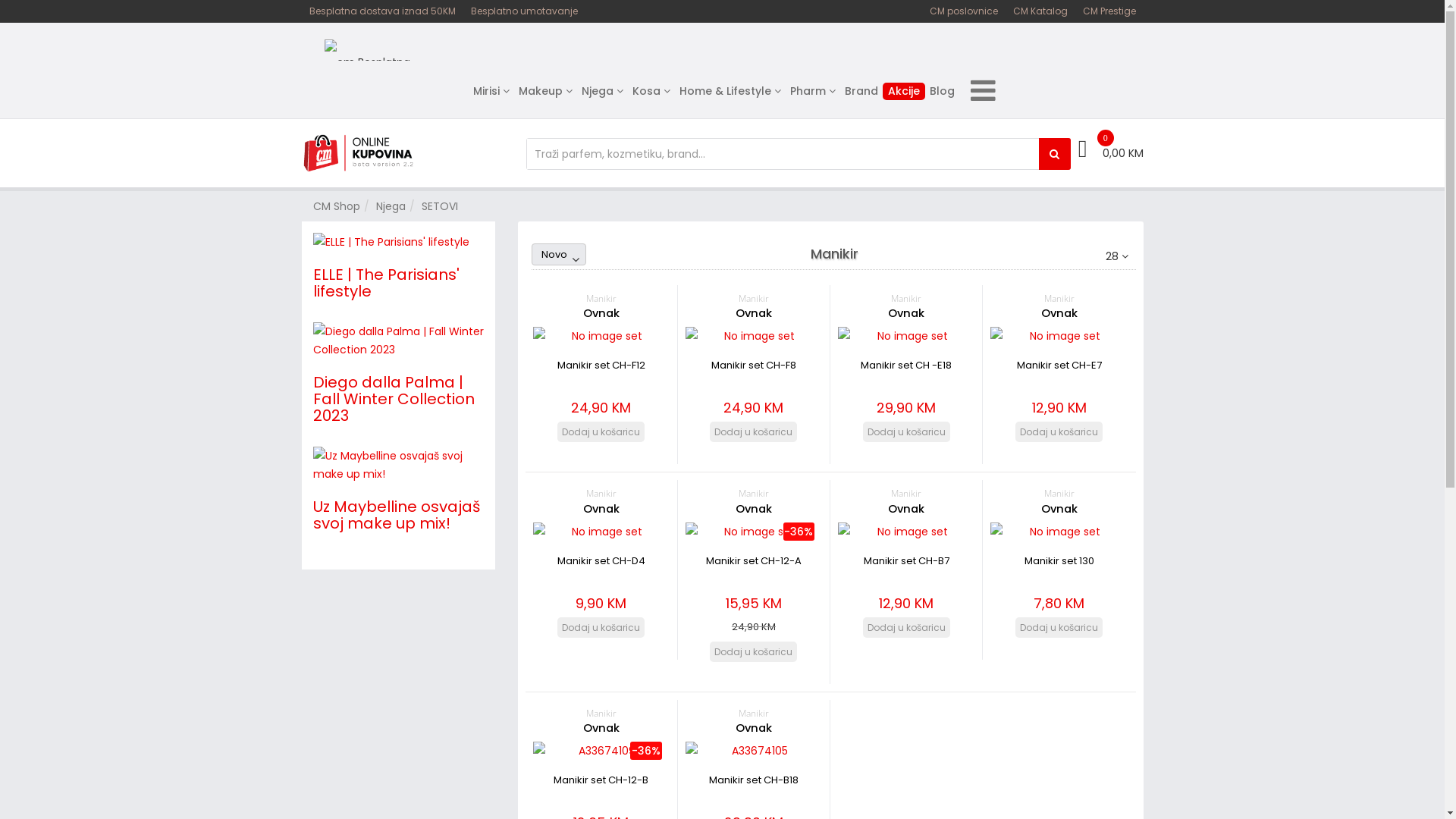  I want to click on 'Manikir set CH-F12', so click(600, 365).